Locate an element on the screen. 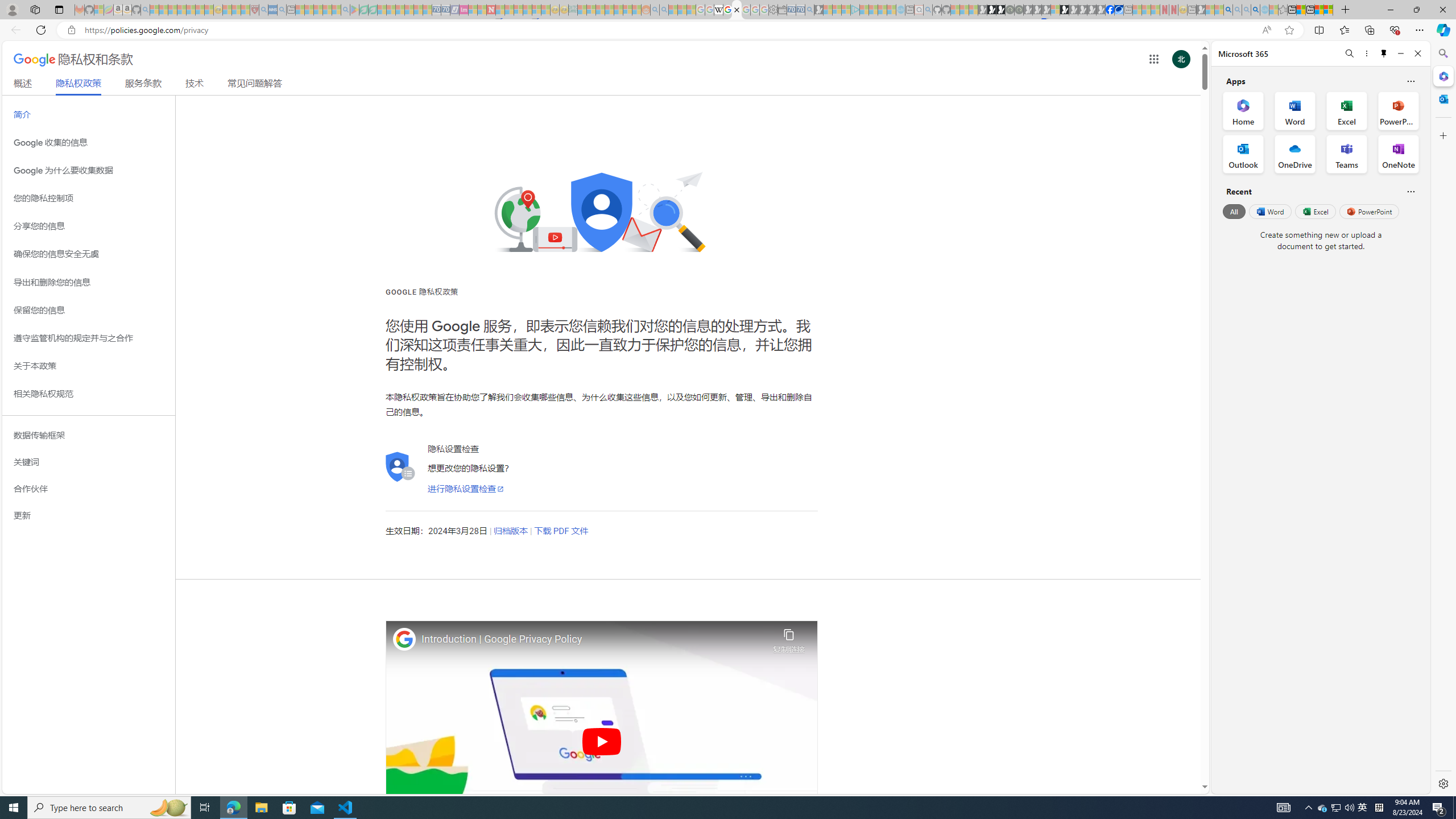 The image size is (1456, 819). 'Excel' is located at coordinates (1314, 211).